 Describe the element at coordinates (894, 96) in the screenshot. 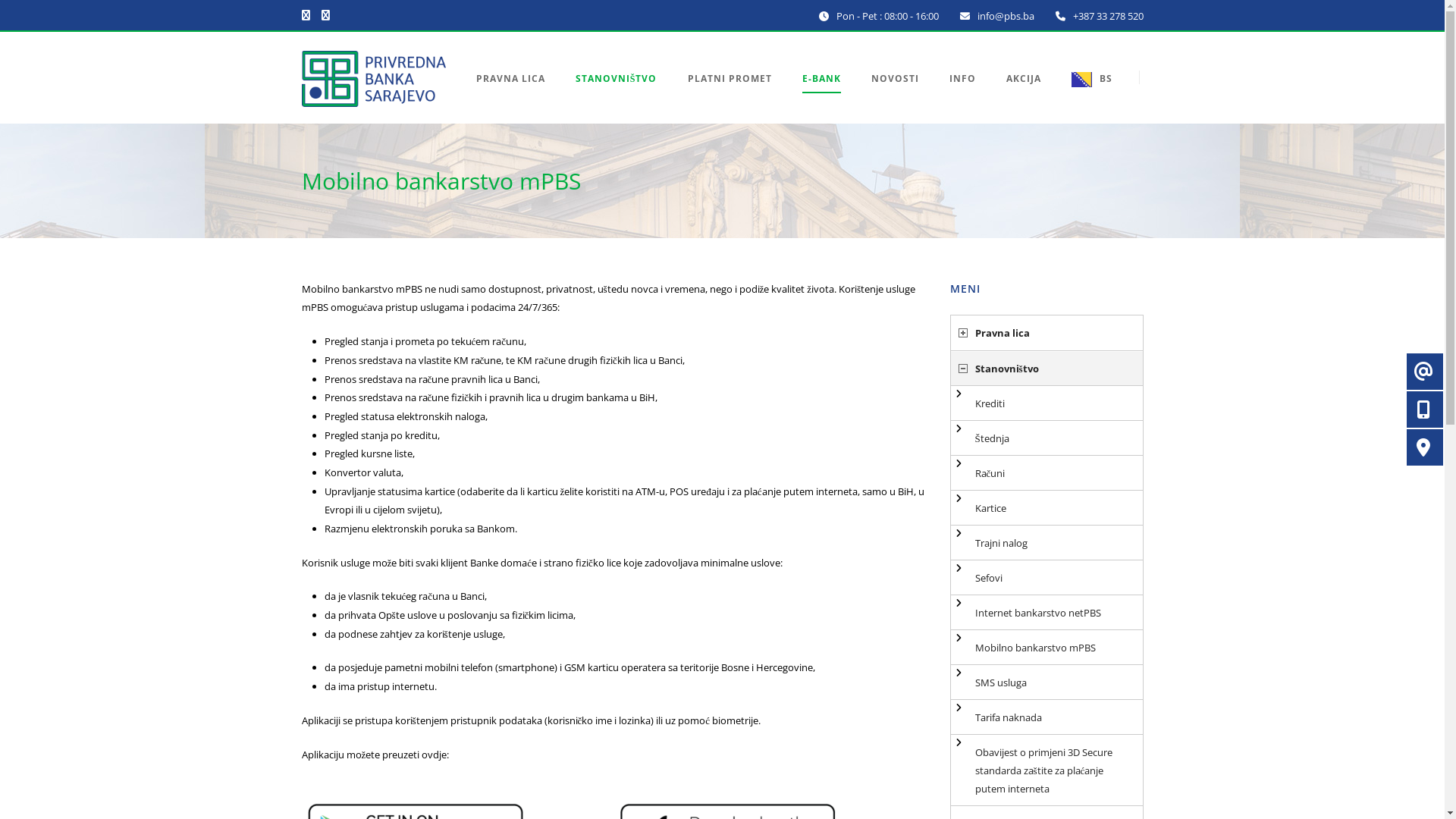

I see `'NOVOSTI'` at that location.